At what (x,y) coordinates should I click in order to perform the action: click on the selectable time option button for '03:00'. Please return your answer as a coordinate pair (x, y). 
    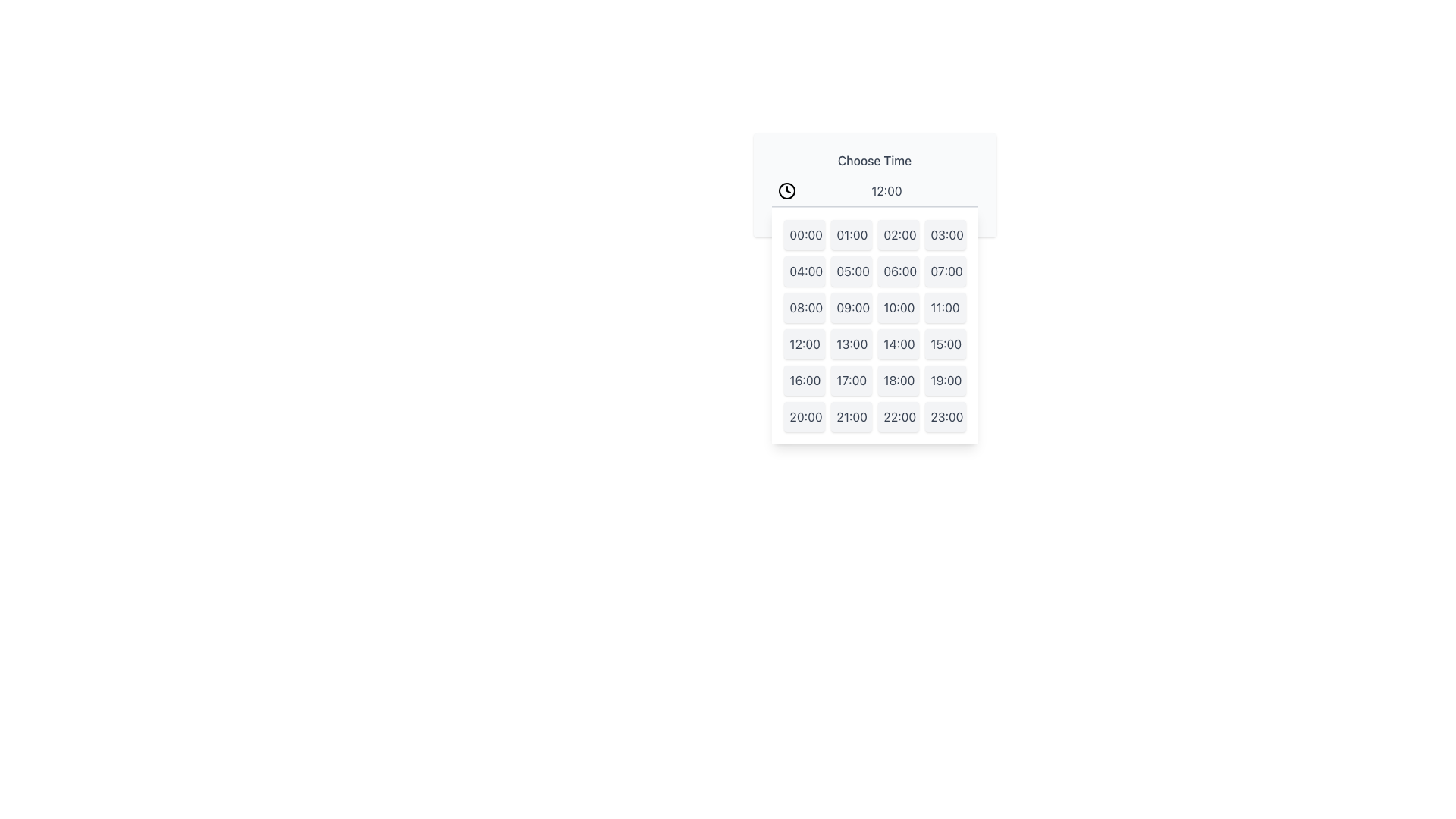
    Looking at the image, I should click on (944, 234).